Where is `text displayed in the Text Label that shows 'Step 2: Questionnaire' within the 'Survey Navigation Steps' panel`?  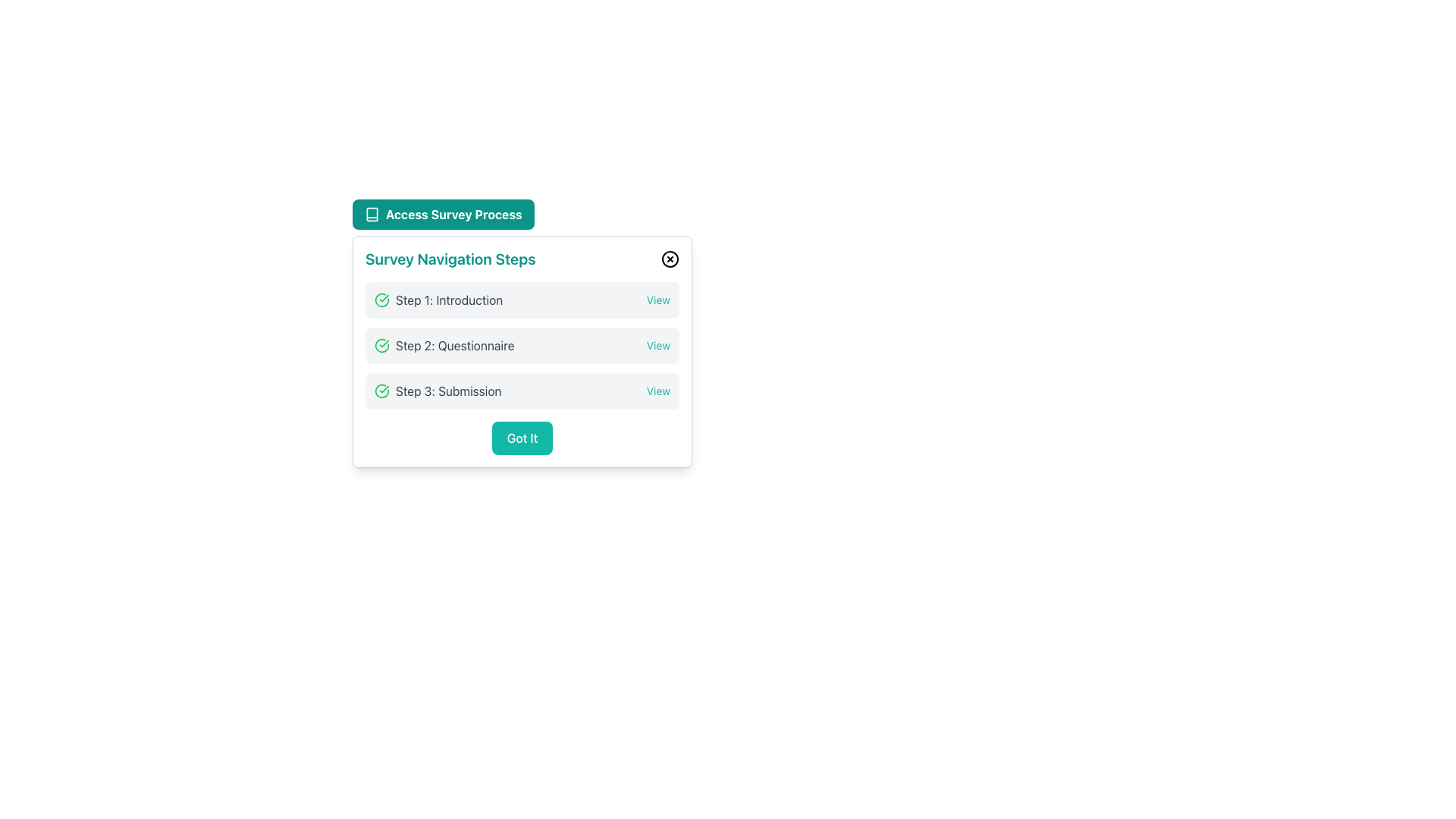 text displayed in the Text Label that shows 'Step 2: Questionnaire' within the 'Survey Navigation Steps' panel is located at coordinates (454, 345).